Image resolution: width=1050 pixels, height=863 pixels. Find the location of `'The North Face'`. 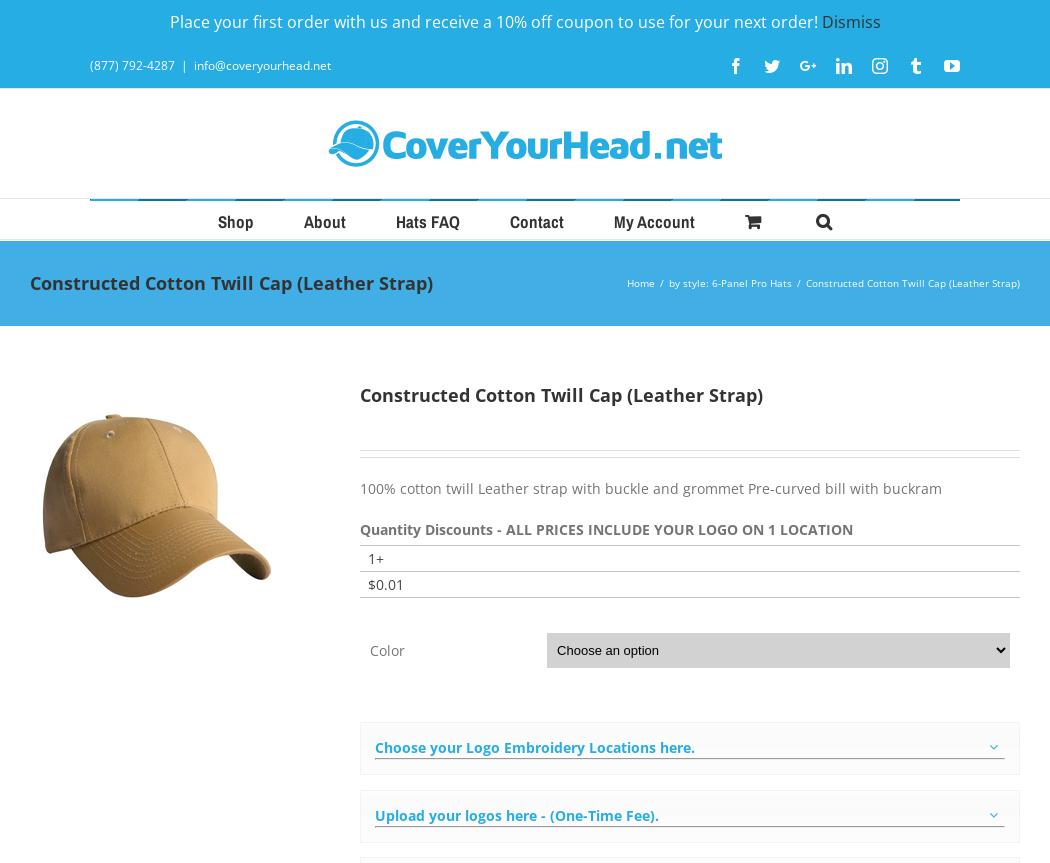

'The North Face' is located at coordinates (469, 583).